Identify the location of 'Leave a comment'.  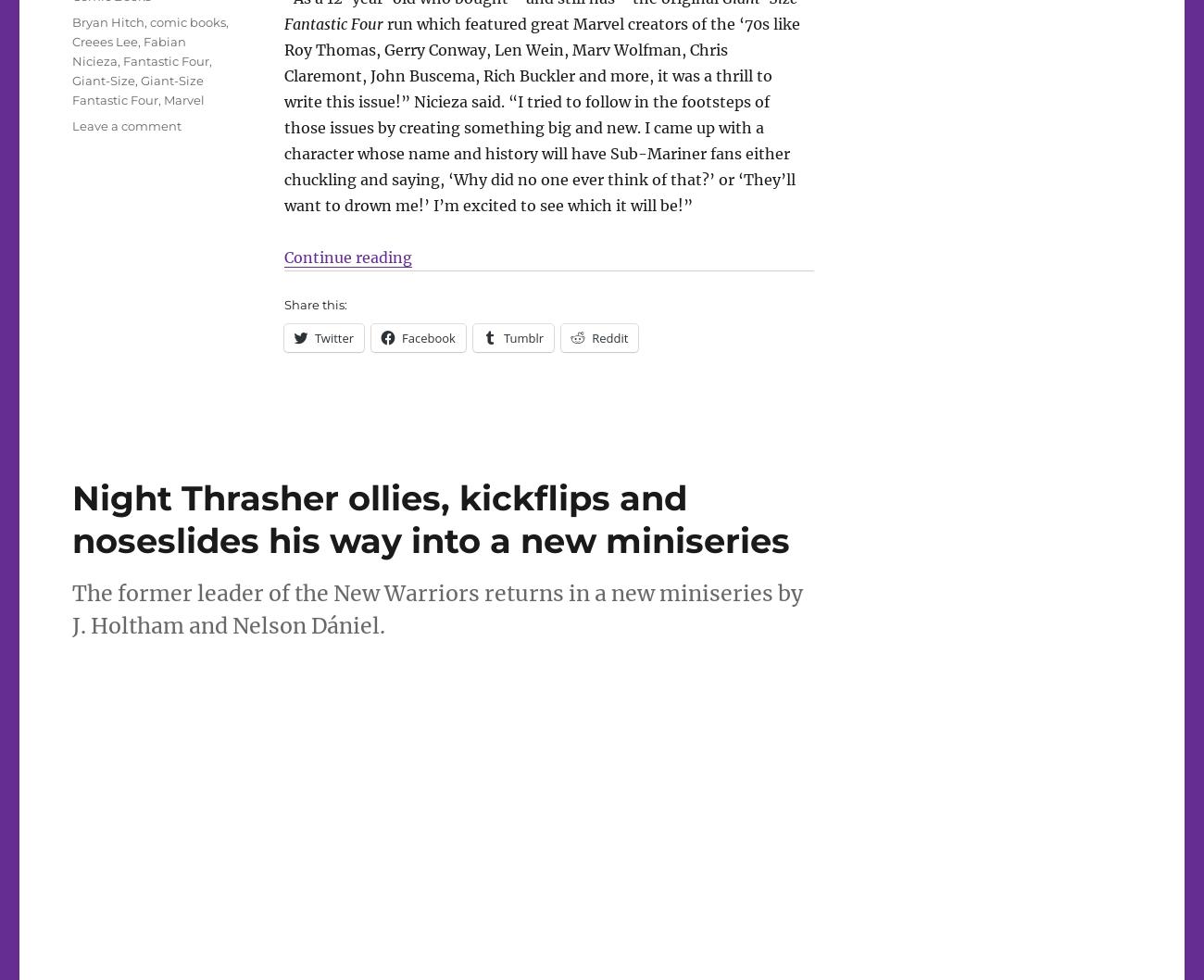
(126, 124).